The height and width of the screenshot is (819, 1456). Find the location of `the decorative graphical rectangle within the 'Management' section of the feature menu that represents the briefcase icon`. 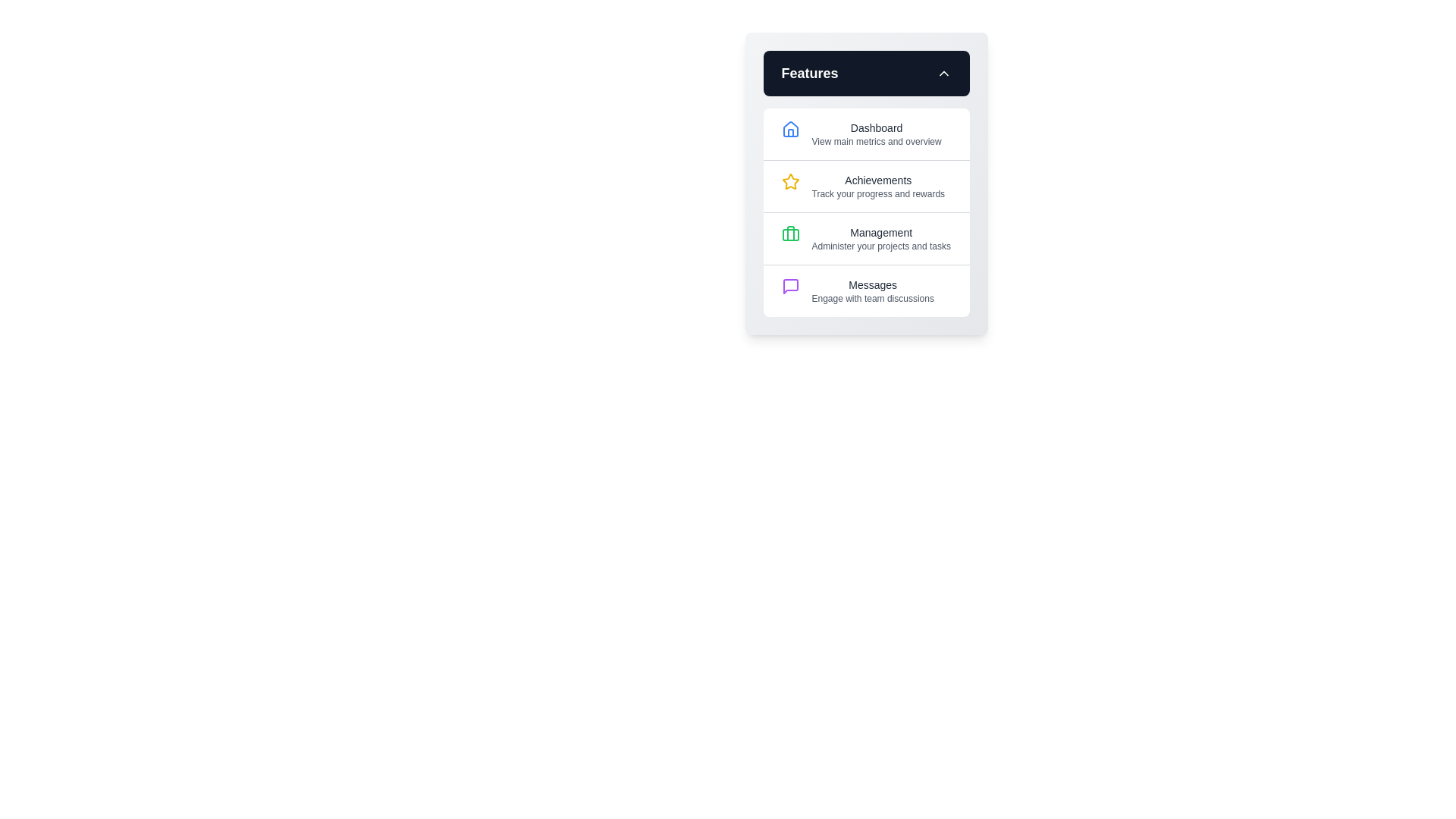

the decorative graphical rectangle within the 'Management' section of the feature menu that represents the briefcase icon is located at coordinates (789, 234).